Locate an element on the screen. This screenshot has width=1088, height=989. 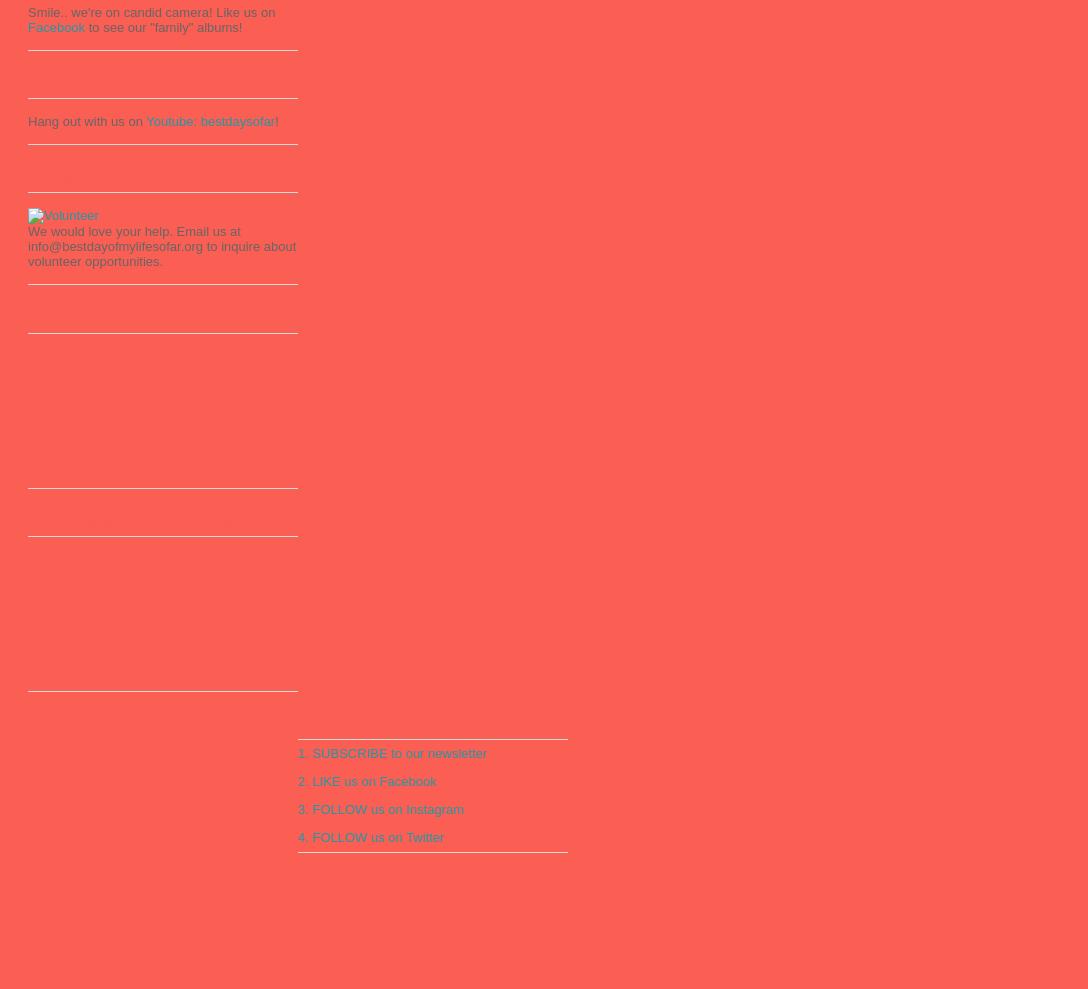
'Videos' is located at coordinates (47, 84).